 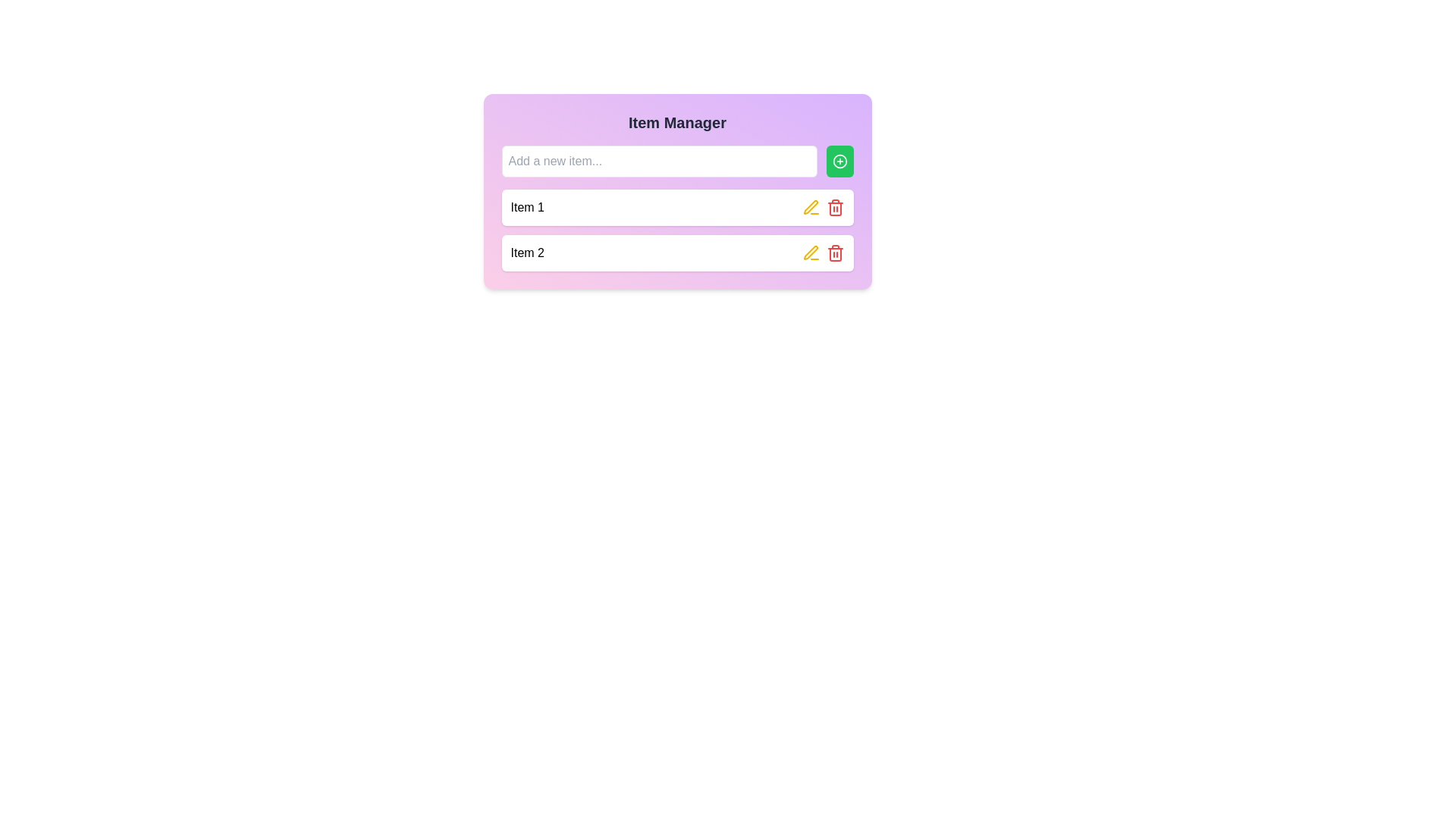 What do you see at coordinates (834, 253) in the screenshot?
I see `the red trash bin icon button located at the far-right of the second-row item in the list` at bounding box center [834, 253].